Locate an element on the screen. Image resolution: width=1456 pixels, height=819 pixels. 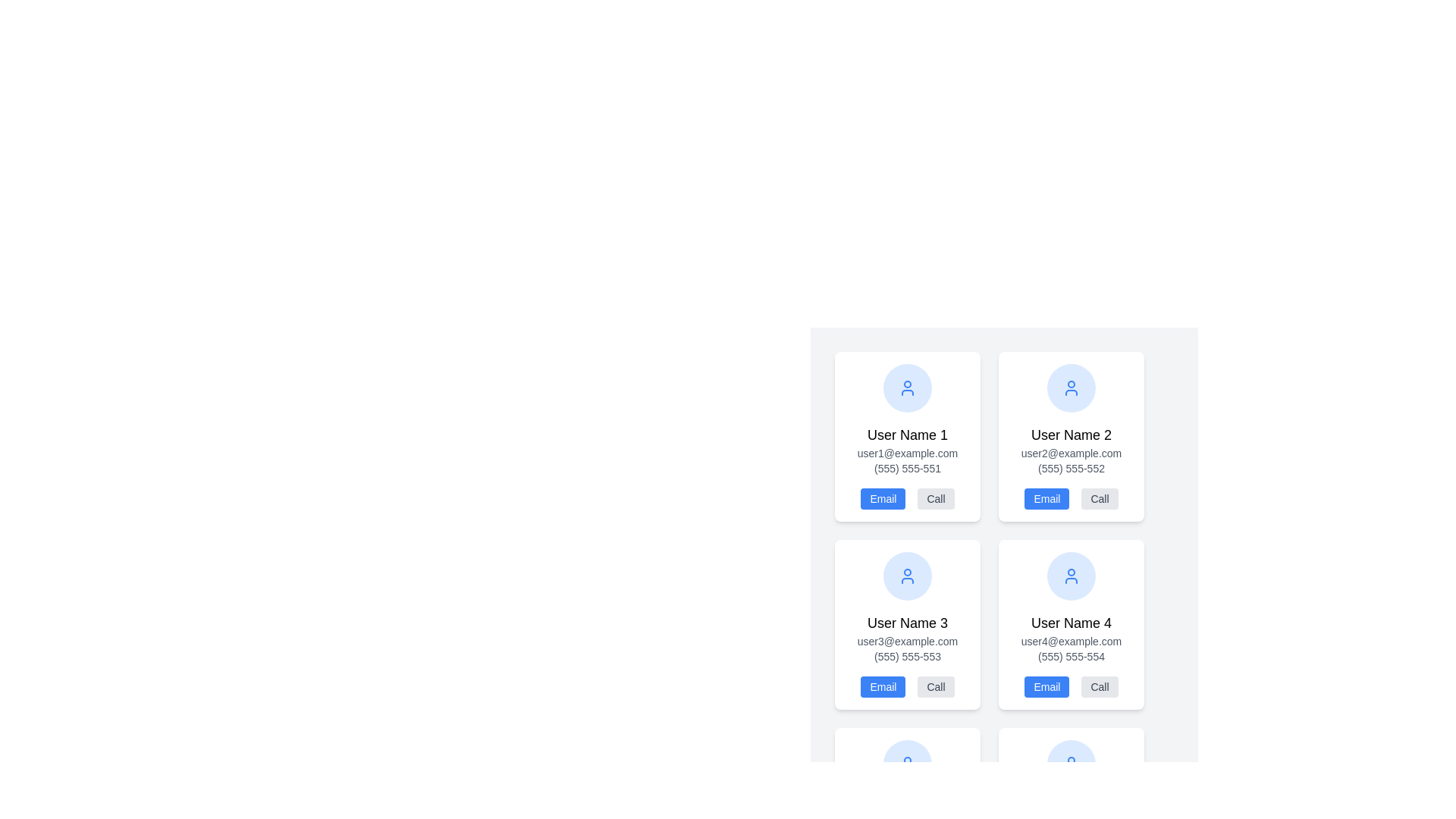
the circular icon with a light blue background and a blue outline user silhouette, located at the top center of the user card for 'User Name 1' is located at coordinates (907, 388).